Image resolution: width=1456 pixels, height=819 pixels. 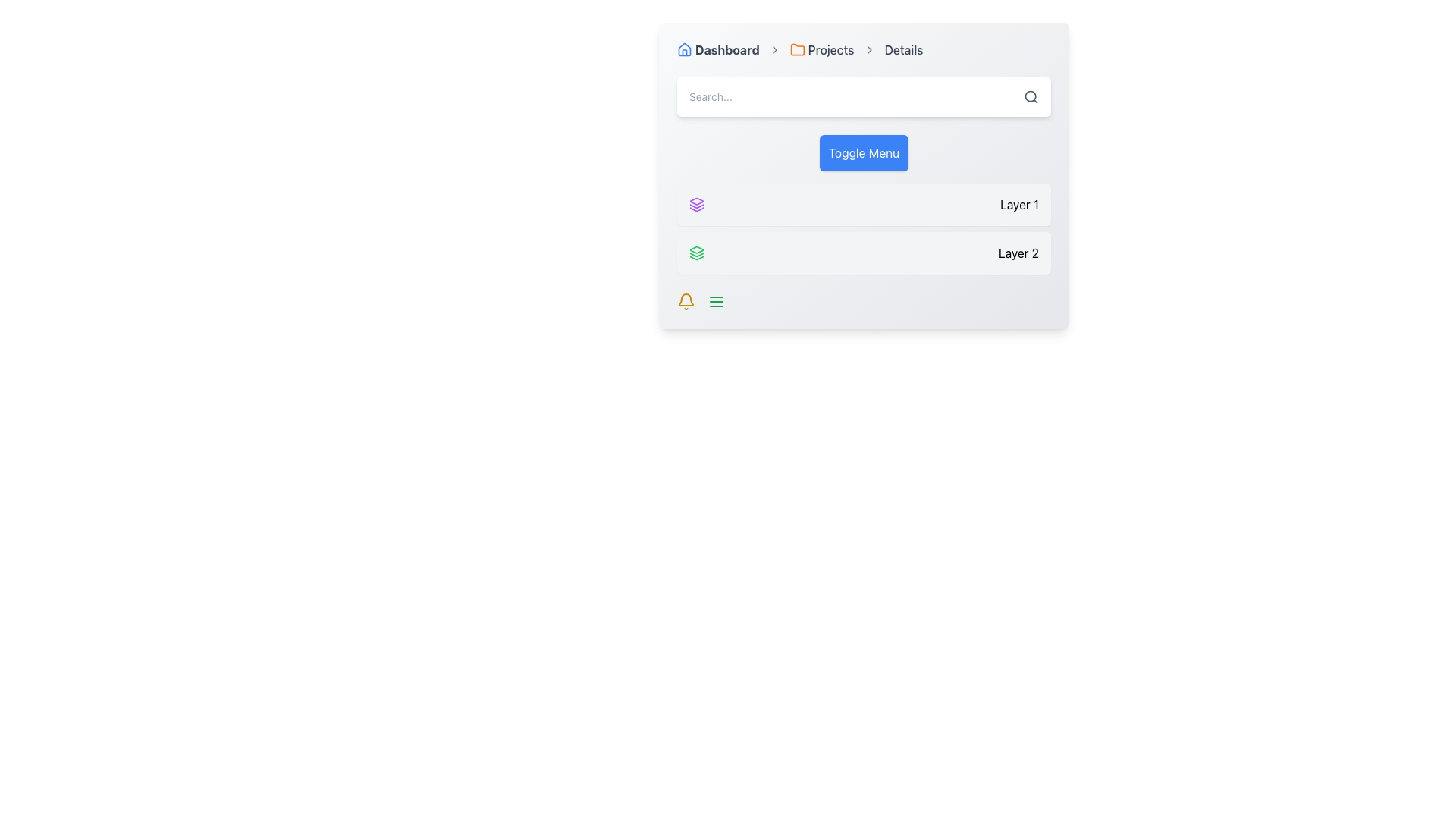 I want to click on the layer icon associated with 'Layer 2', which is located at the left of the 'Layer 2' section, so click(x=695, y=253).